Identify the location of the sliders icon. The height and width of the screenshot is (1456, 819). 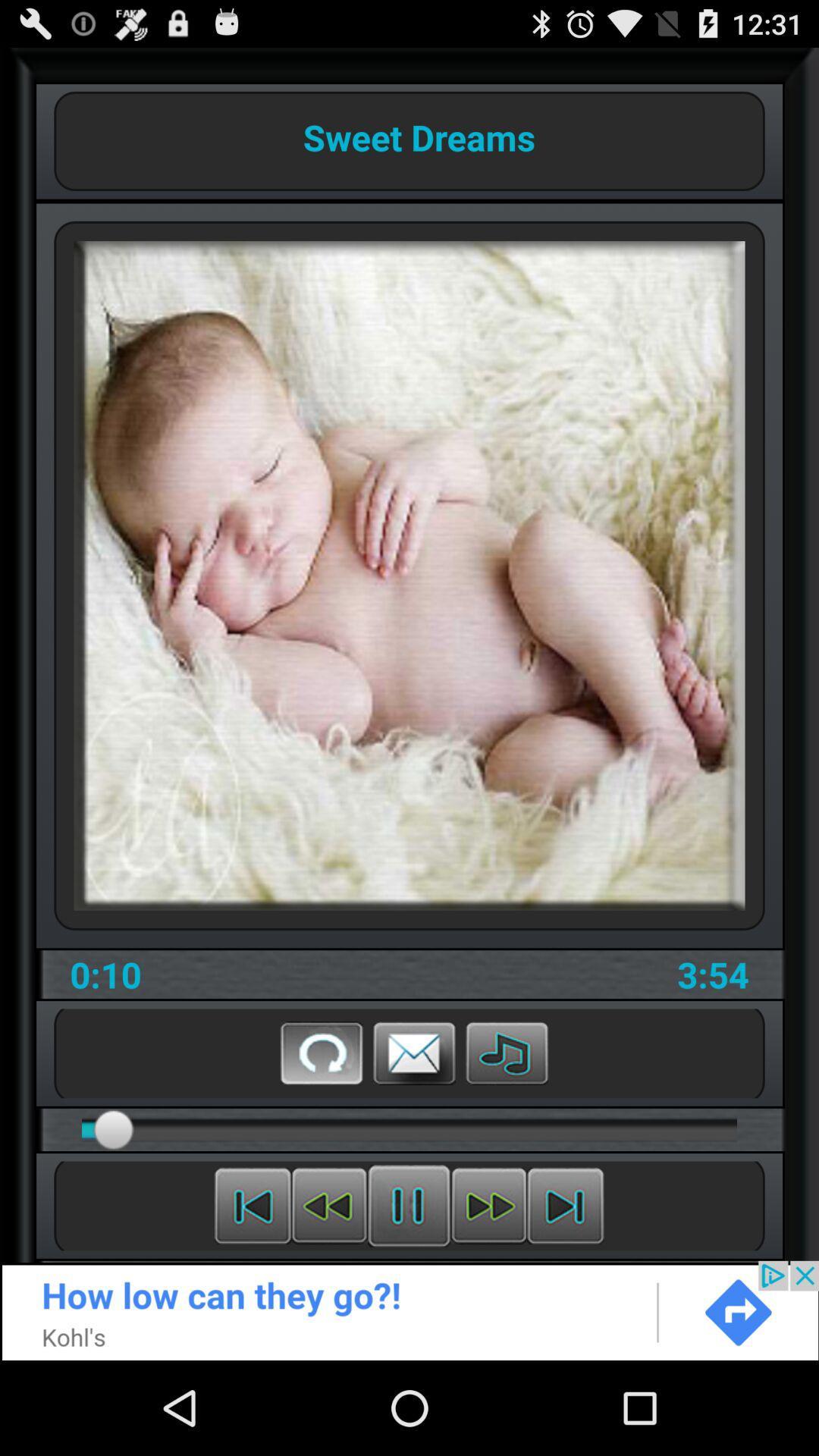
(408, 1290).